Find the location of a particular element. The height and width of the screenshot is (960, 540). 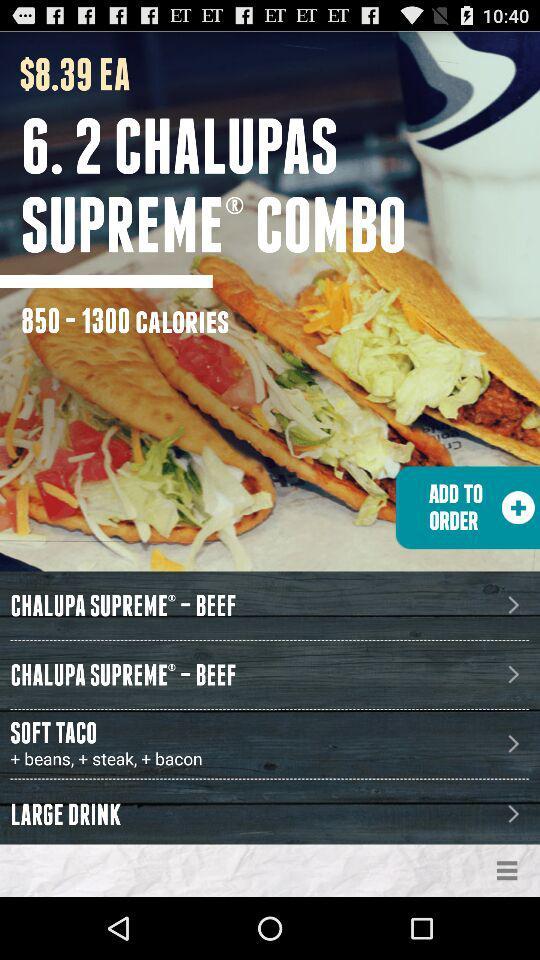

$8.39 ea item is located at coordinates (65, 74).